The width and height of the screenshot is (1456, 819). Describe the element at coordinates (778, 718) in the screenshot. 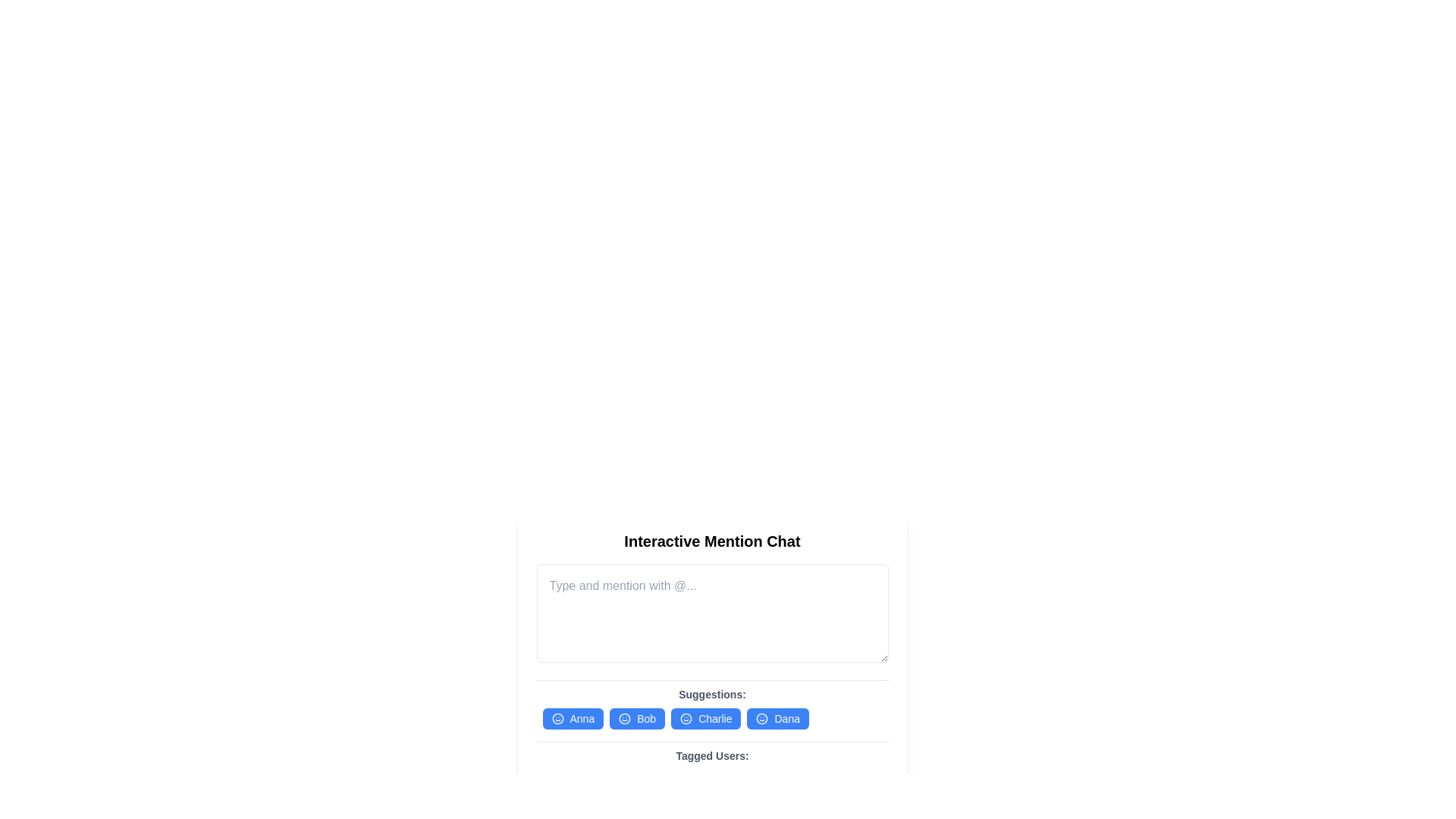

I see `the button representing the suggestion to tag or mention the user 'Dana' in the chat interface, located in the bottom-right corner of the Suggestions row` at that location.